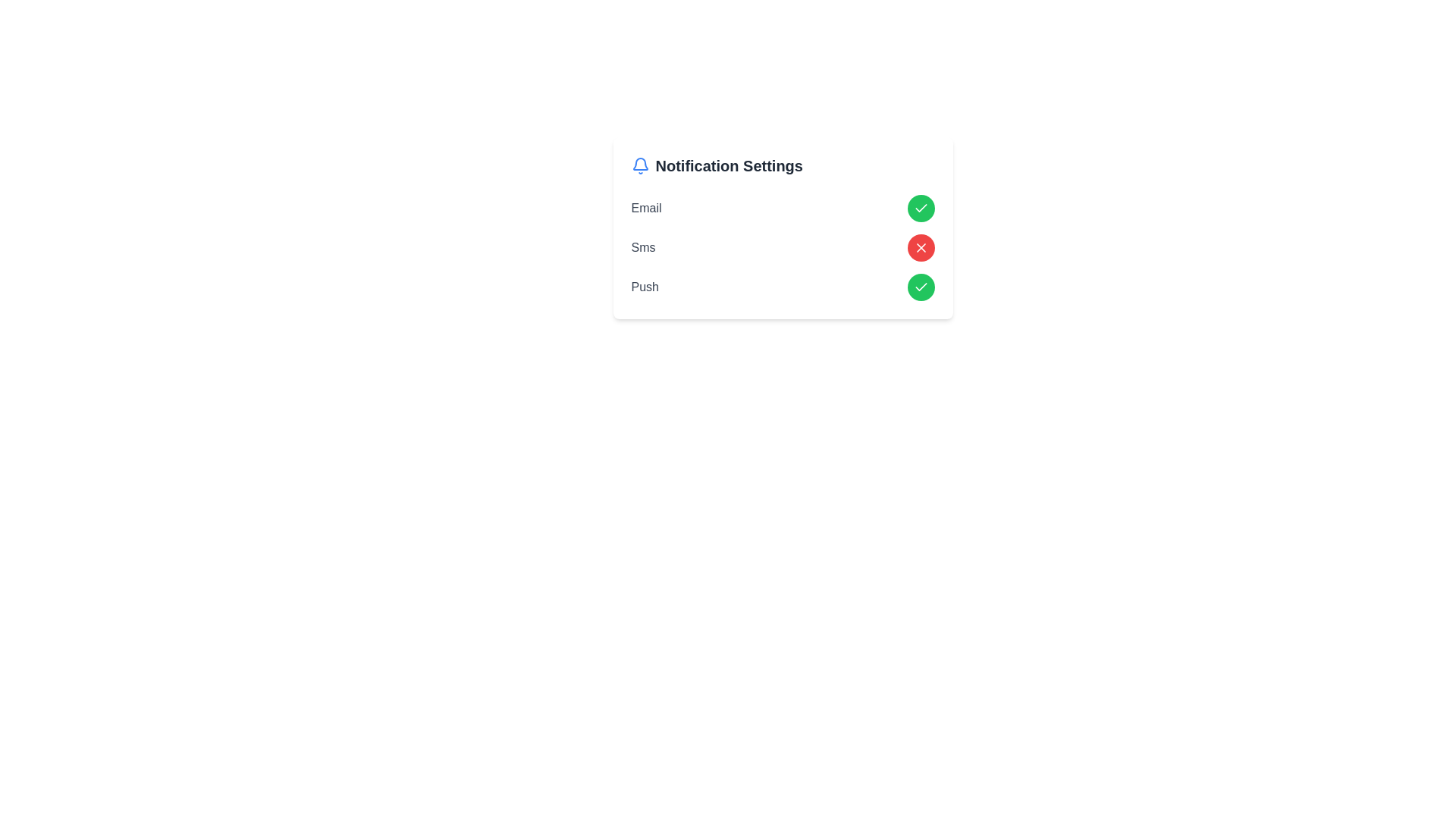  What do you see at coordinates (783, 247) in the screenshot?
I see `the 'SMS' row item` at bounding box center [783, 247].